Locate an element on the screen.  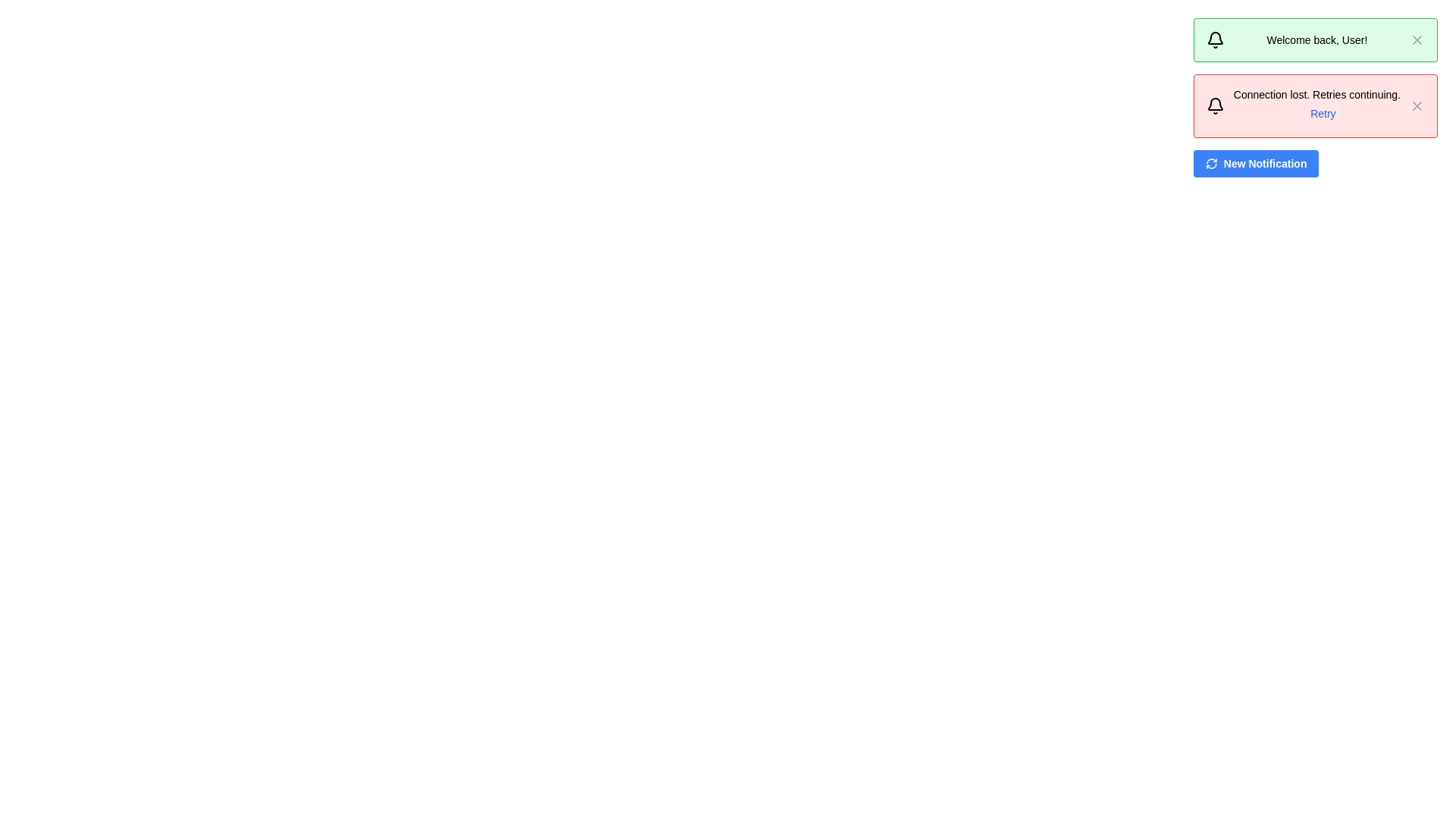
the static text message that reads 'Connection lost. Retries continuing.' located at the top of the notification panel, which is styled with a warning design is located at coordinates (1316, 94).